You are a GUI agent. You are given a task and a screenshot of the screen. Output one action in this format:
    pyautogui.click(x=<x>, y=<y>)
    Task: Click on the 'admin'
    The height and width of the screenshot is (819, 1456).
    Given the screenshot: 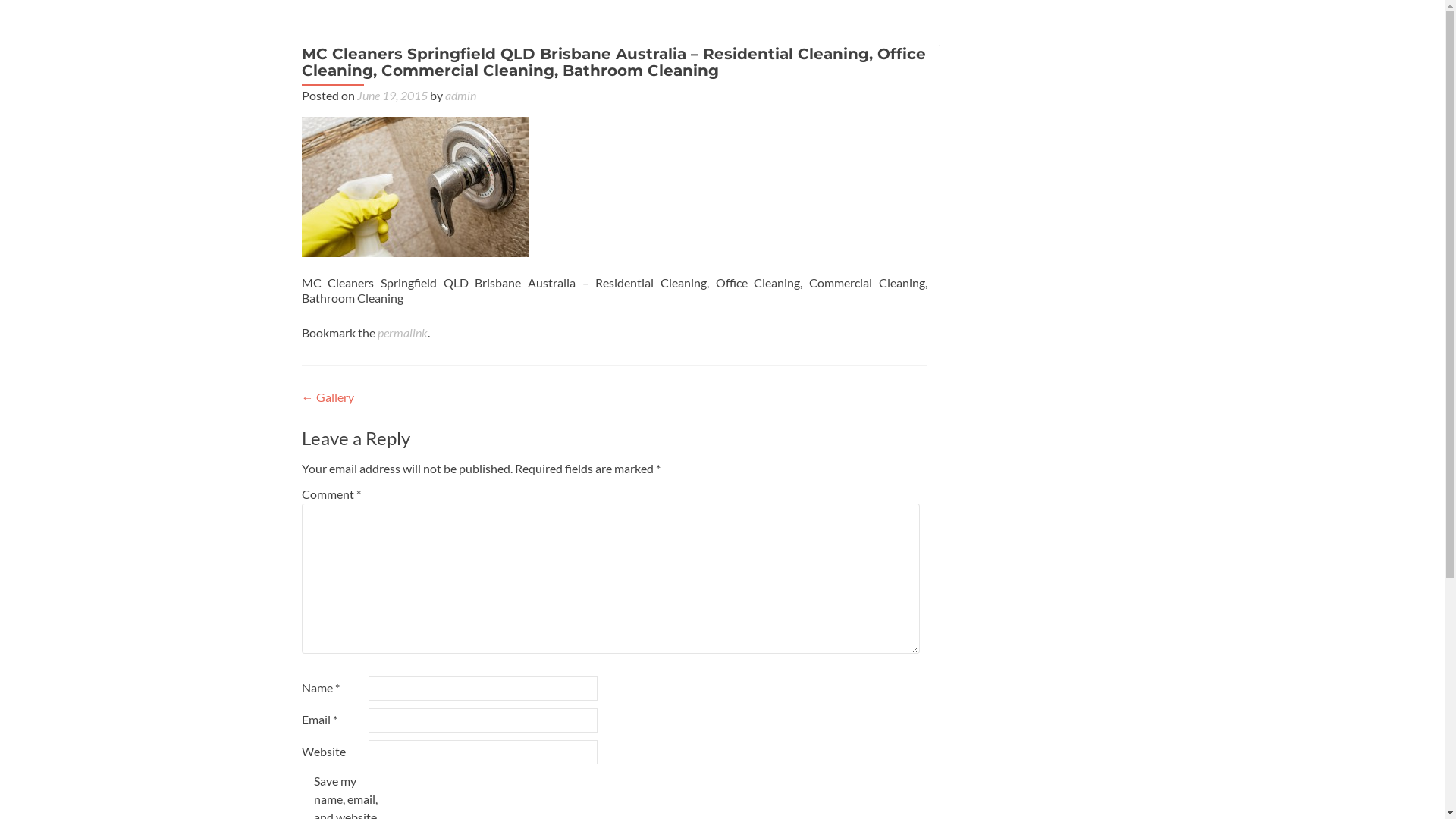 What is the action you would take?
    pyautogui.click(x=443, y=95)
    